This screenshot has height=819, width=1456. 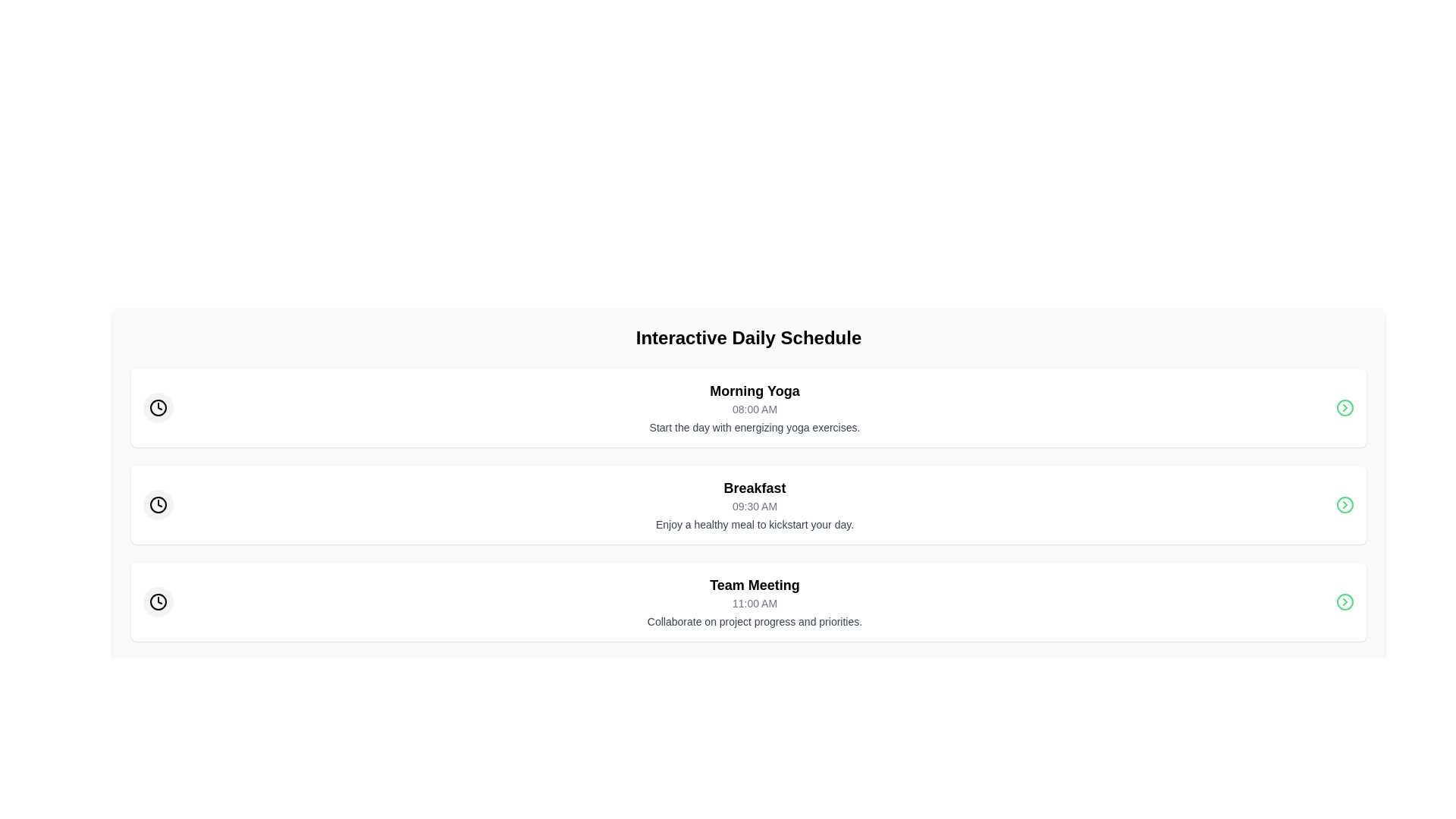 I want to click on the SVG-based Icon button located in the rightmost part of the 'Morning Yoga' card, so click(x=1345, y=406).